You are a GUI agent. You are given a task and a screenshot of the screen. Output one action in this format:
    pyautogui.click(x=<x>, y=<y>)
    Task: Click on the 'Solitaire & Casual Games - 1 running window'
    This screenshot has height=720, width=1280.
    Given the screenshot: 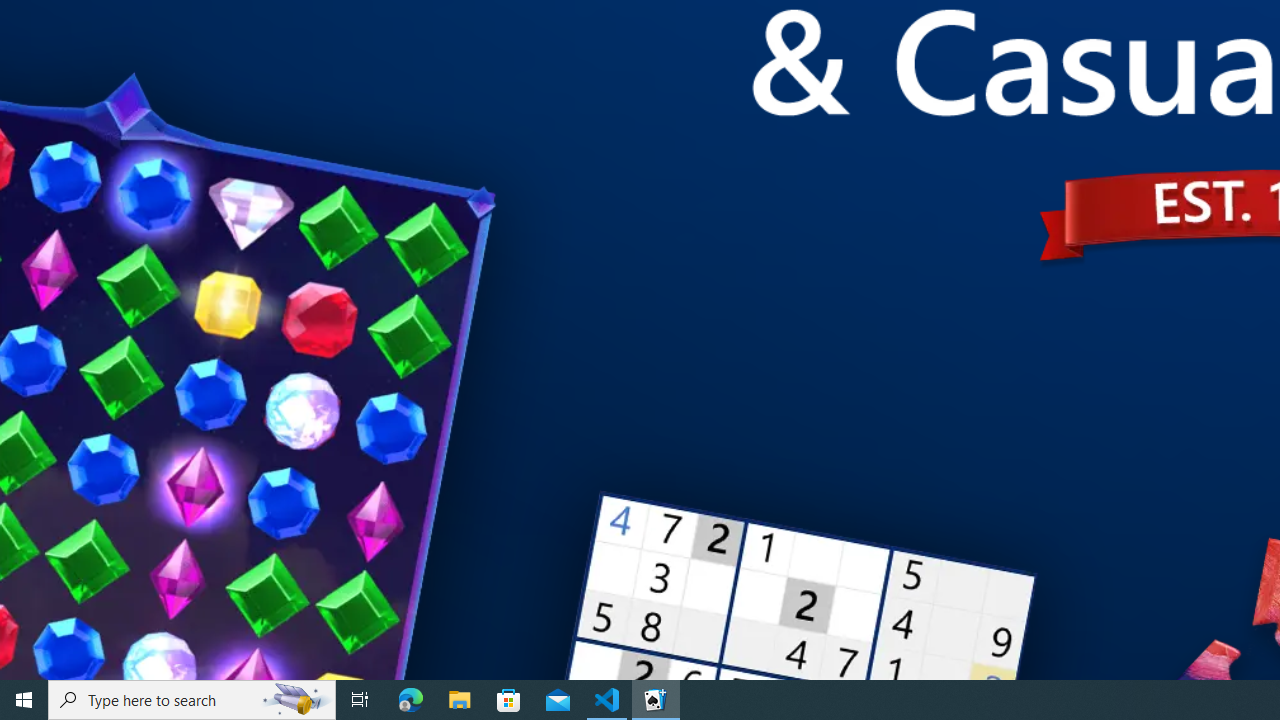 What is the action you would take?
    pyautogui.click(x=656, y=698)
    